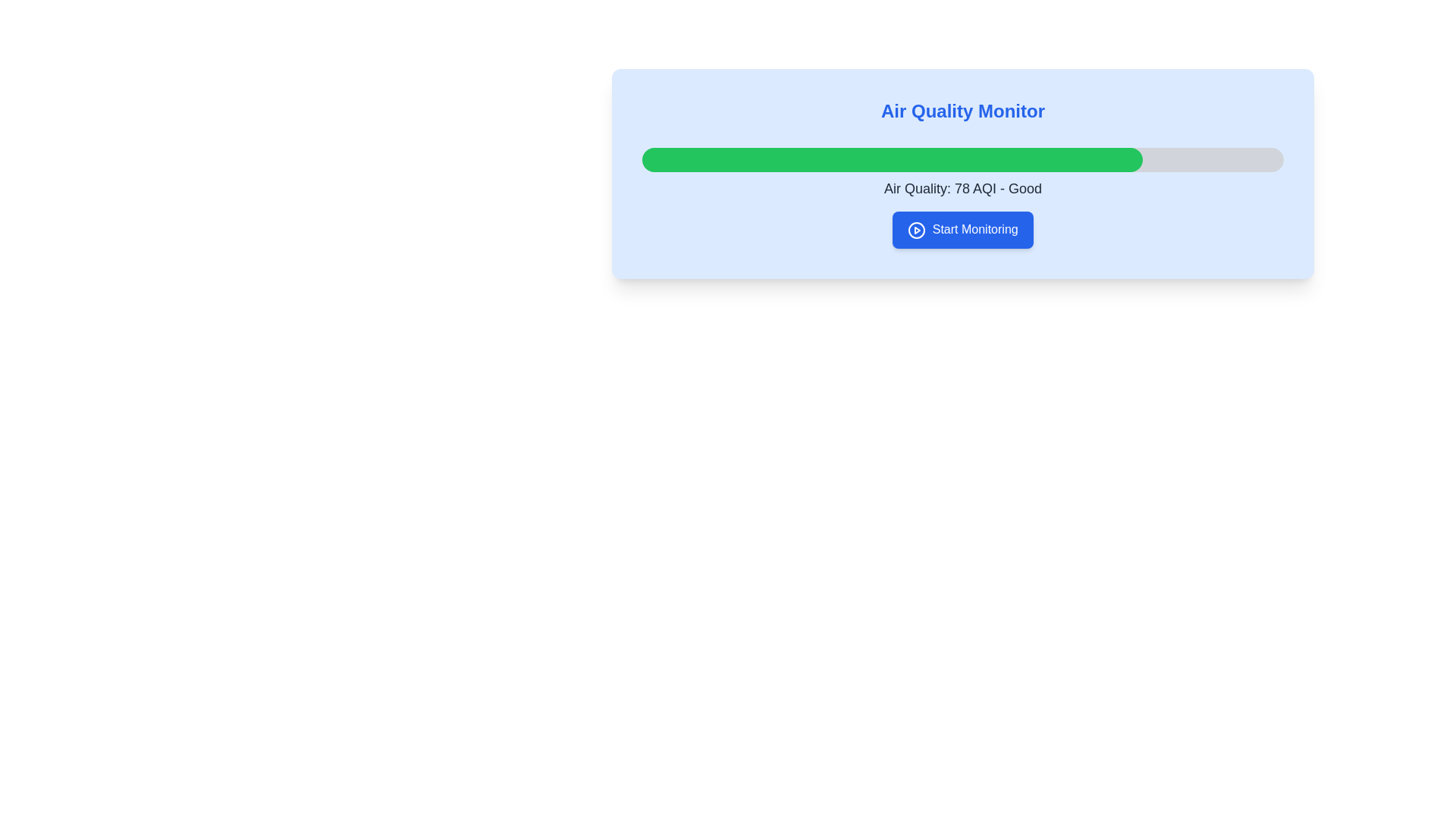 The height and width of the screenshot is (819, 1456). I want to click on the Progress Indicator Component representing air quality level, which visually indicates completion percentage and is positioned below the 'Air Quality Monitor' title, so click(892, 160).